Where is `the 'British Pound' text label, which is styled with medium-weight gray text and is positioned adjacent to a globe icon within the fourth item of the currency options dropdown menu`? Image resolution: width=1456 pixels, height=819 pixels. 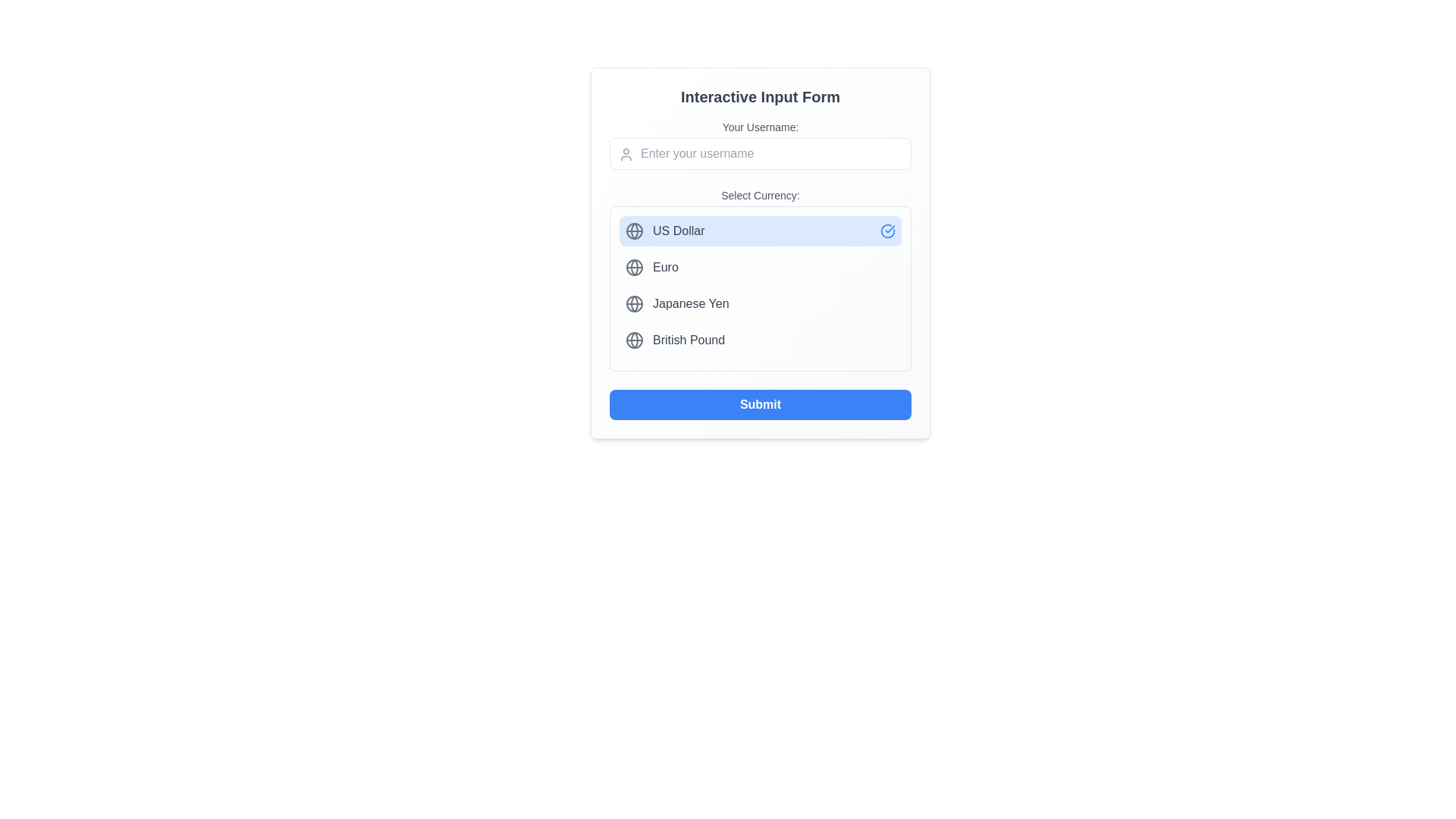
the 'British Pound' text label, which is styled with medium-weight gray text and is positioned adjacent to a globe icon within the fourth item of the currency options dropdown menu is located at coordinates (688, 339).